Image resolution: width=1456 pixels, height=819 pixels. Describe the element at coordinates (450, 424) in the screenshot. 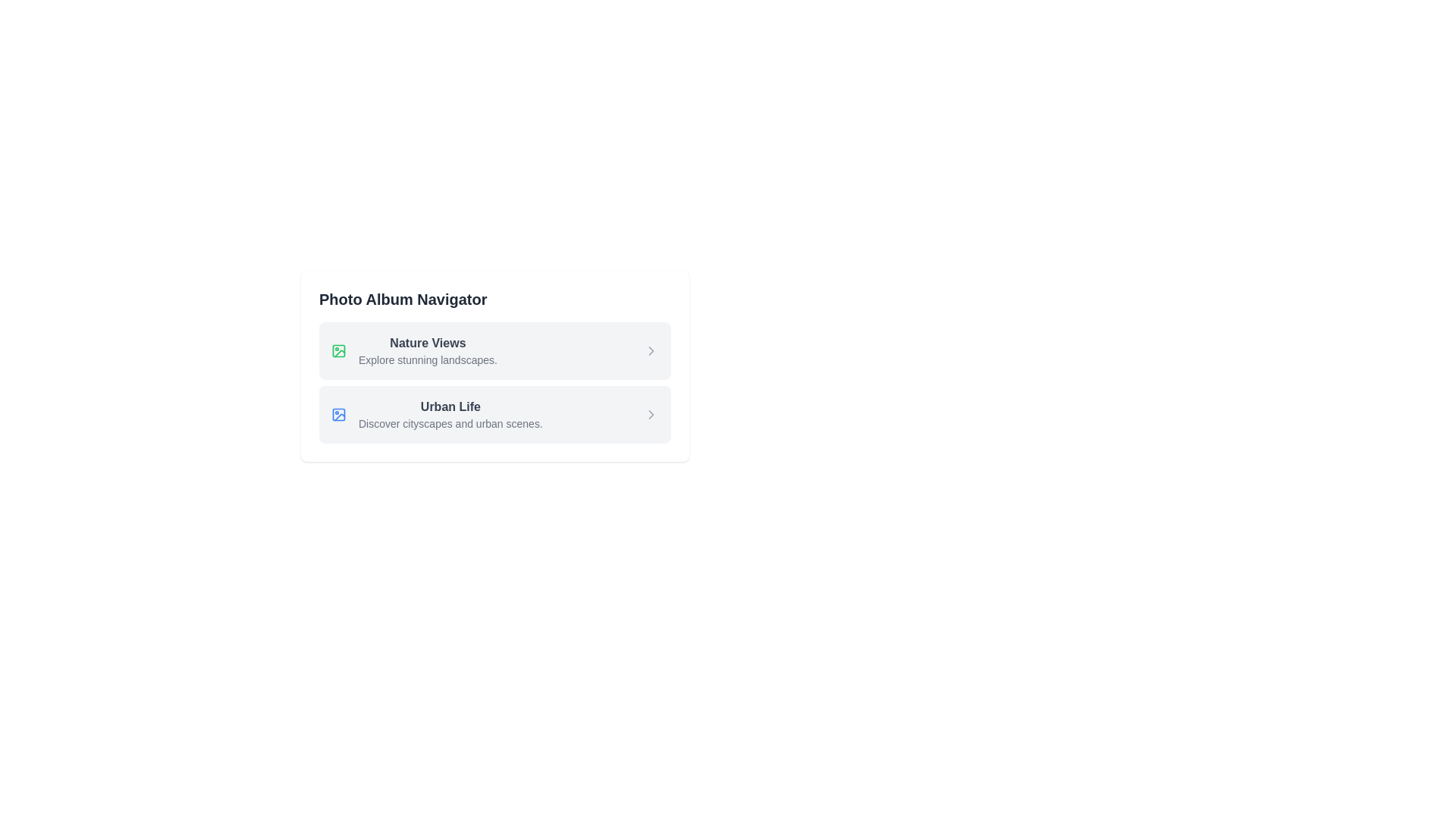

I see `text element labeled 'Discover cityscapes and urban scenes.' located below the title 'Urban Life' in the 'Photo Album Navigator' section` at that location.